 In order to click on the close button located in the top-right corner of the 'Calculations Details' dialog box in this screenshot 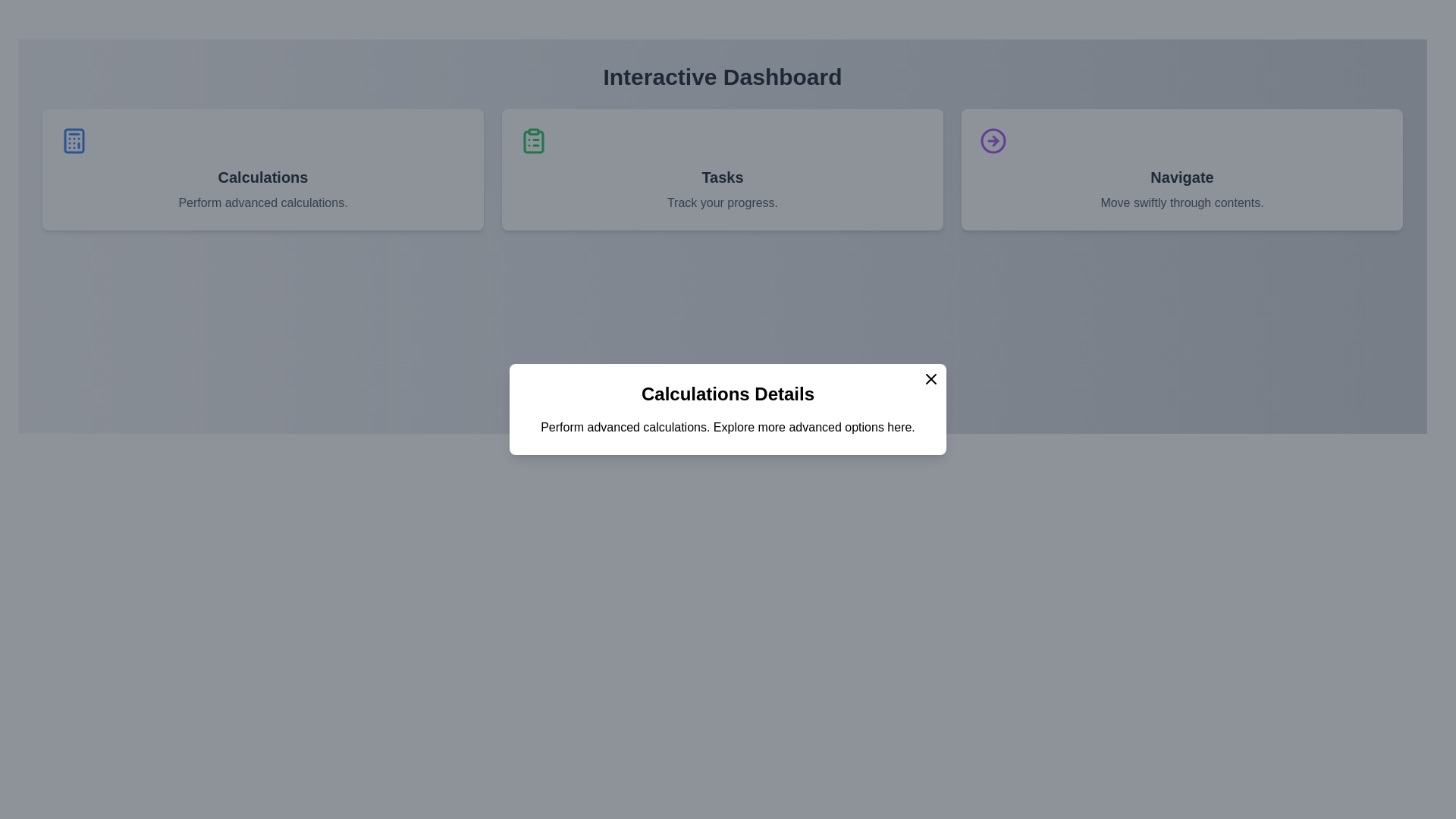, I will do `click(930, 378)`.